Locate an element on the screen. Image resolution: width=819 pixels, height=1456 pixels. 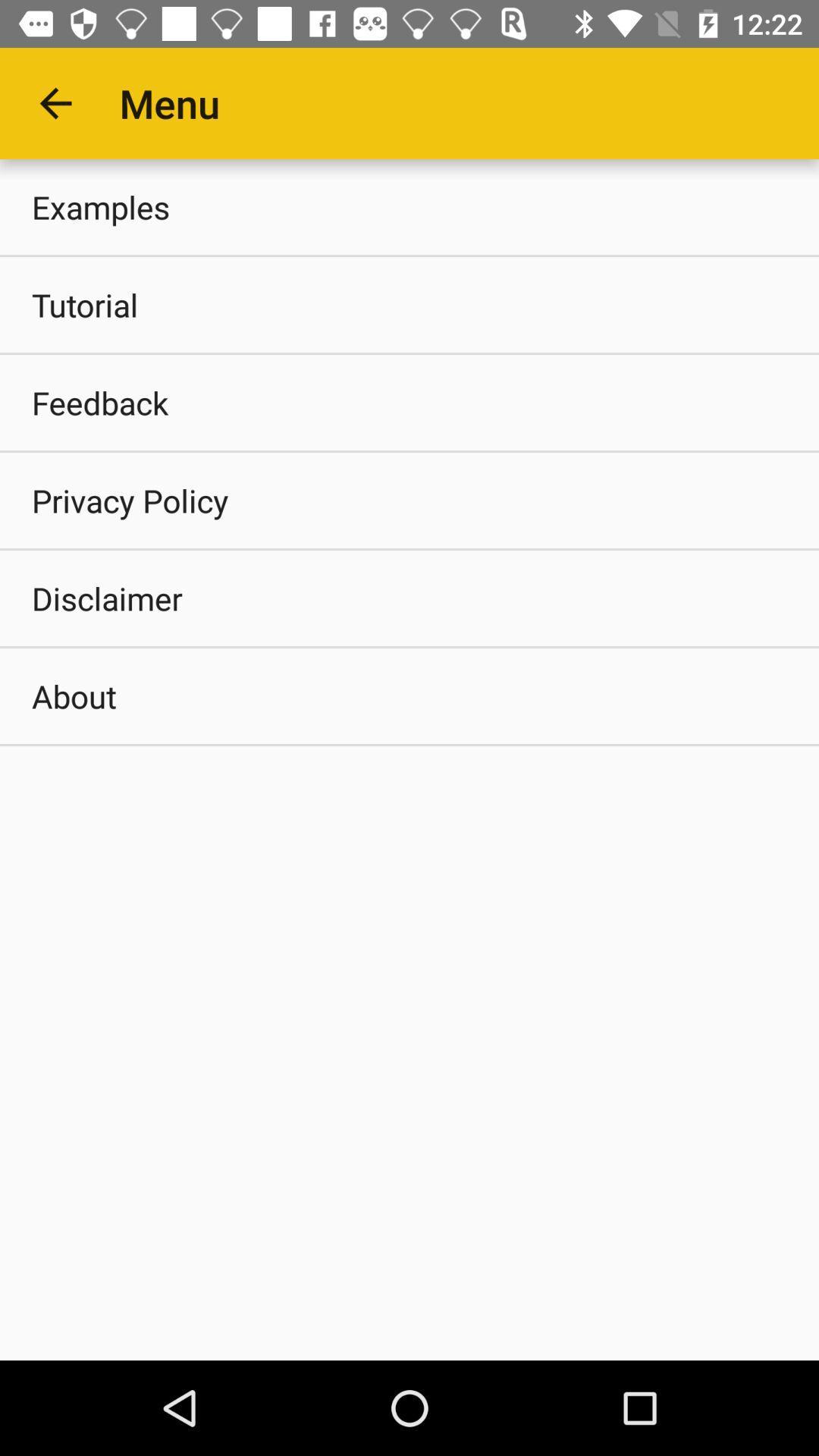
the tutorial item is located at coordinates (409, 304).